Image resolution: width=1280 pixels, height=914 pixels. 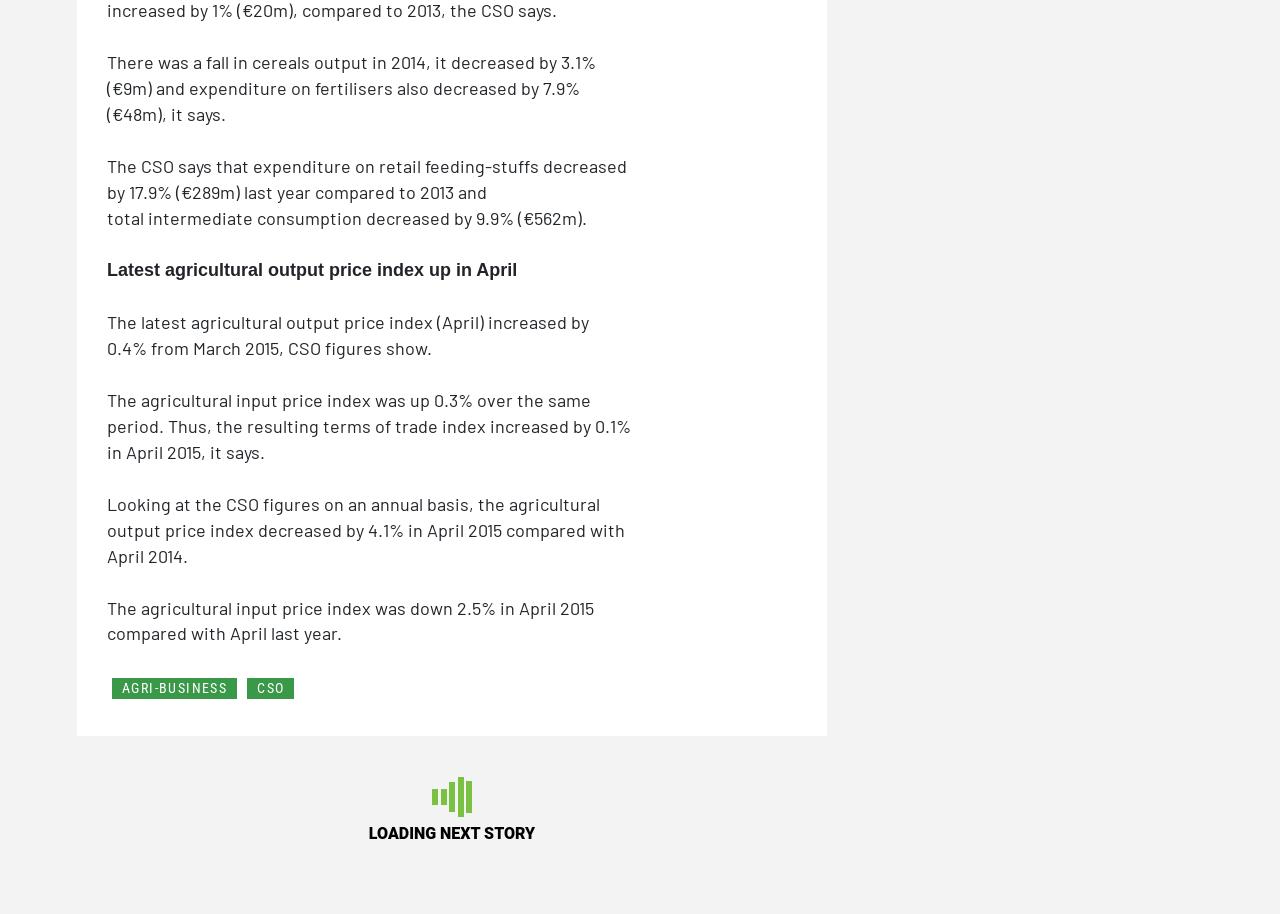 What do you see at coordinates (351, 86) in the screenshot?
I see `'There was a fall in cereals output in 2014, it decreased by 3.1% (€9m) and expenditure on fertilisers also decreased by 7.9% (€48m), it says.'` at bounding box center [351, 86].